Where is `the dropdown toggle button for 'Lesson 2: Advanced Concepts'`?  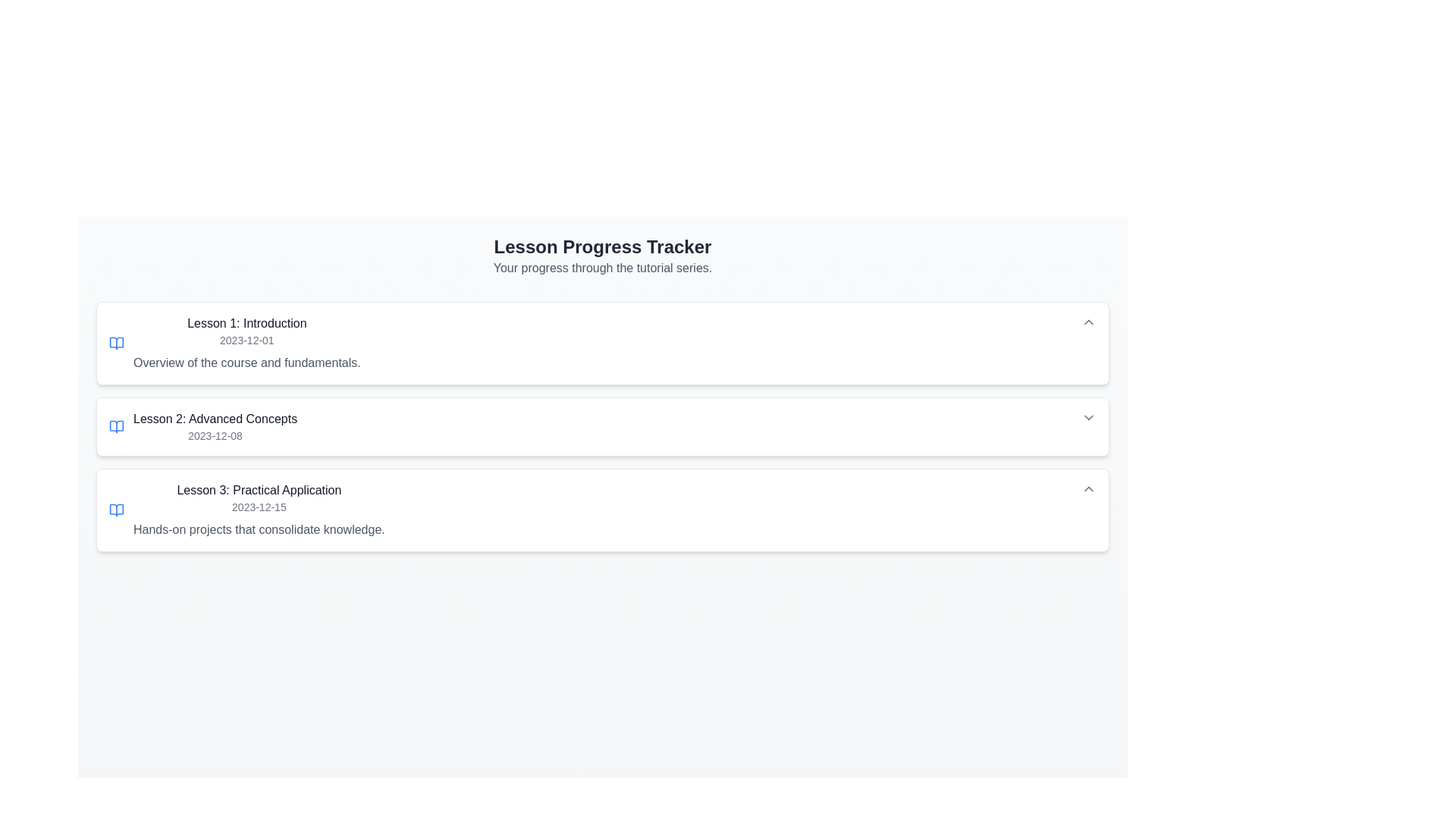
the dropdown toggle button for 'Lesson 2: Advanced Concepts' is located at coordinates (1087, 418).